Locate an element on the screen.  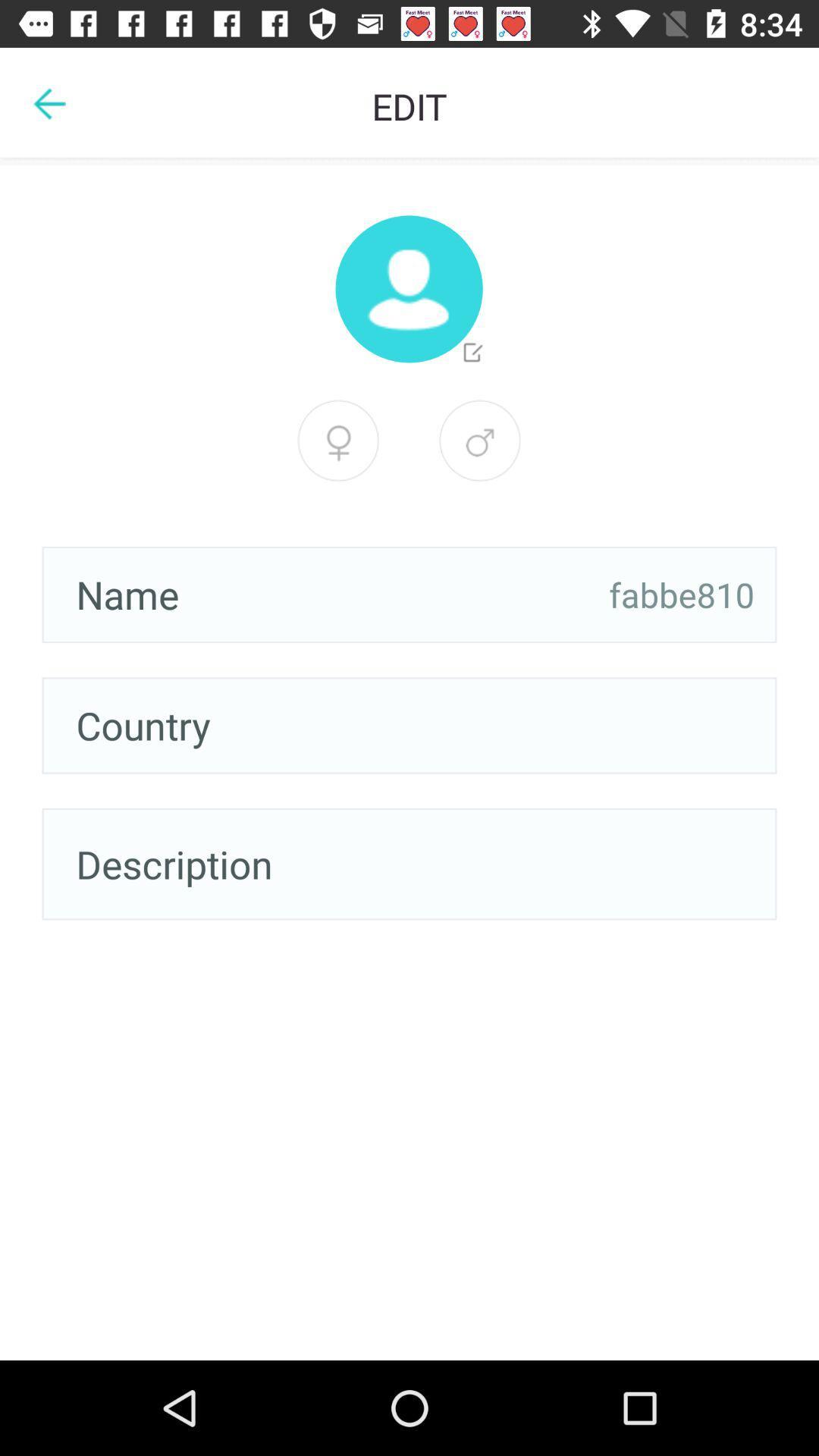
fabbe810 item is located at coordinates (681, 594).